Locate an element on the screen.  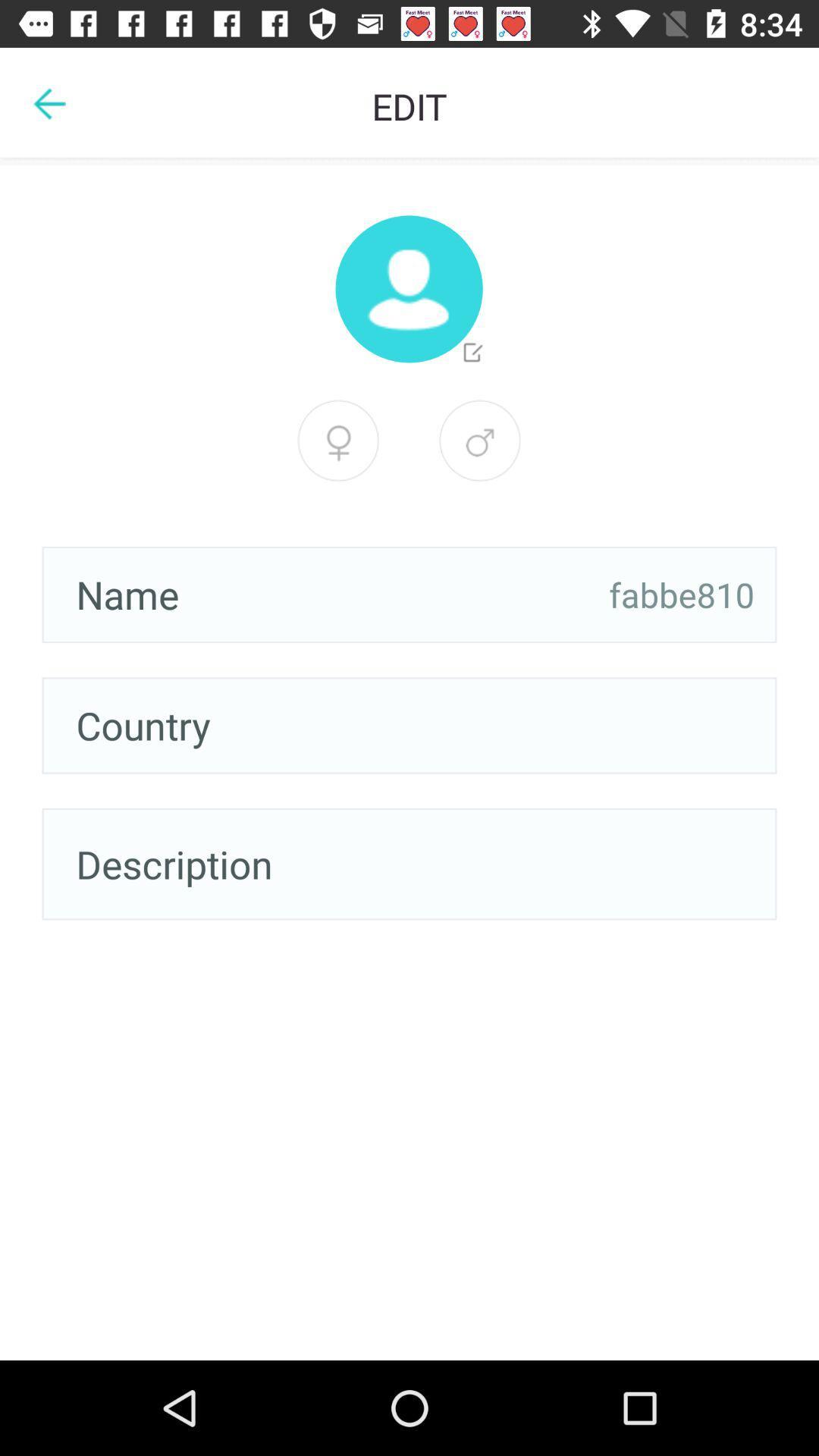
fabbe810 item is located at coordinates (681, 594).